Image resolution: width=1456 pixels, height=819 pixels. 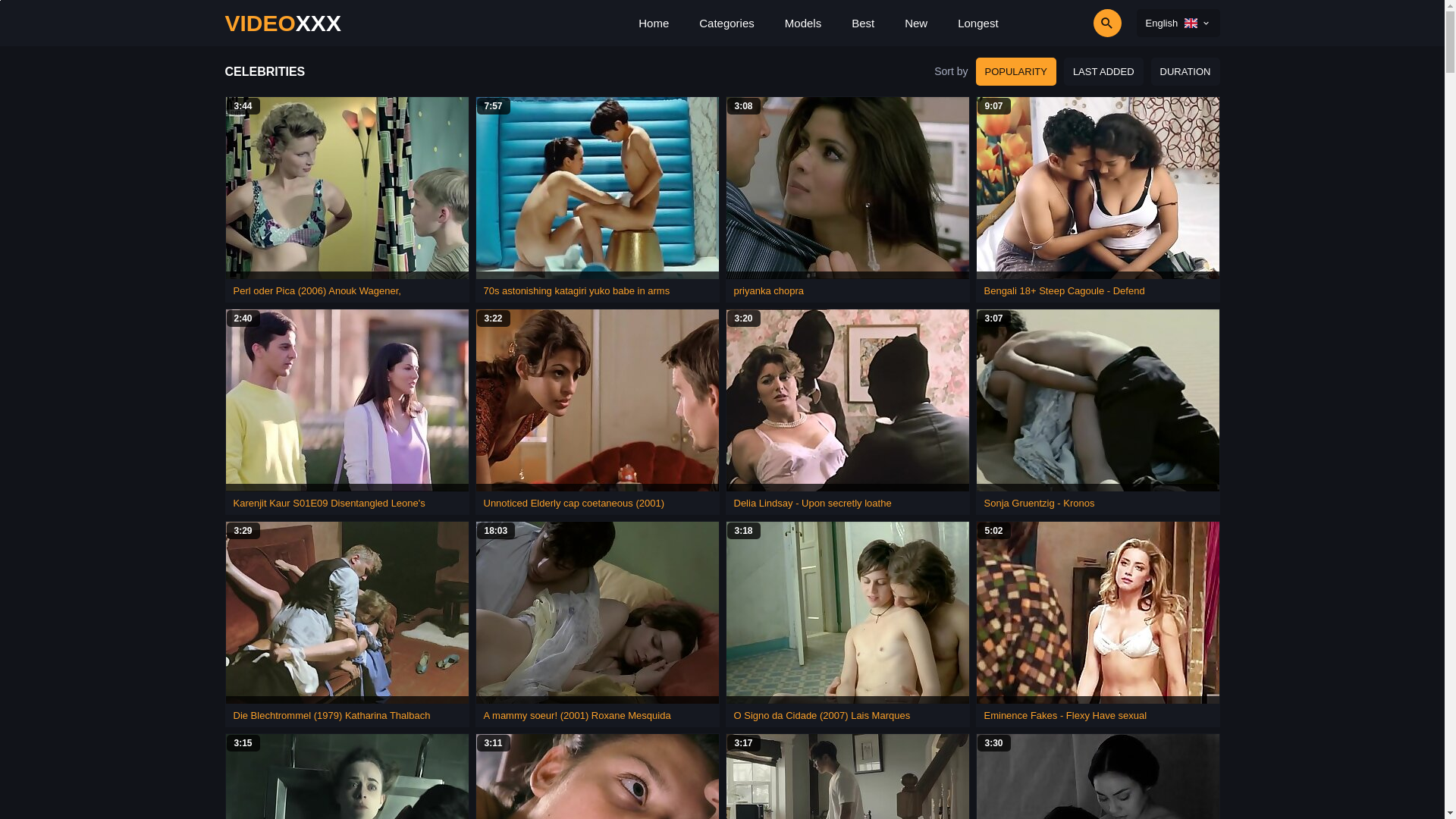 I want to click on 'Perl oder Pica (2006) Anouk Wagener,', so click(x=232, y=290).